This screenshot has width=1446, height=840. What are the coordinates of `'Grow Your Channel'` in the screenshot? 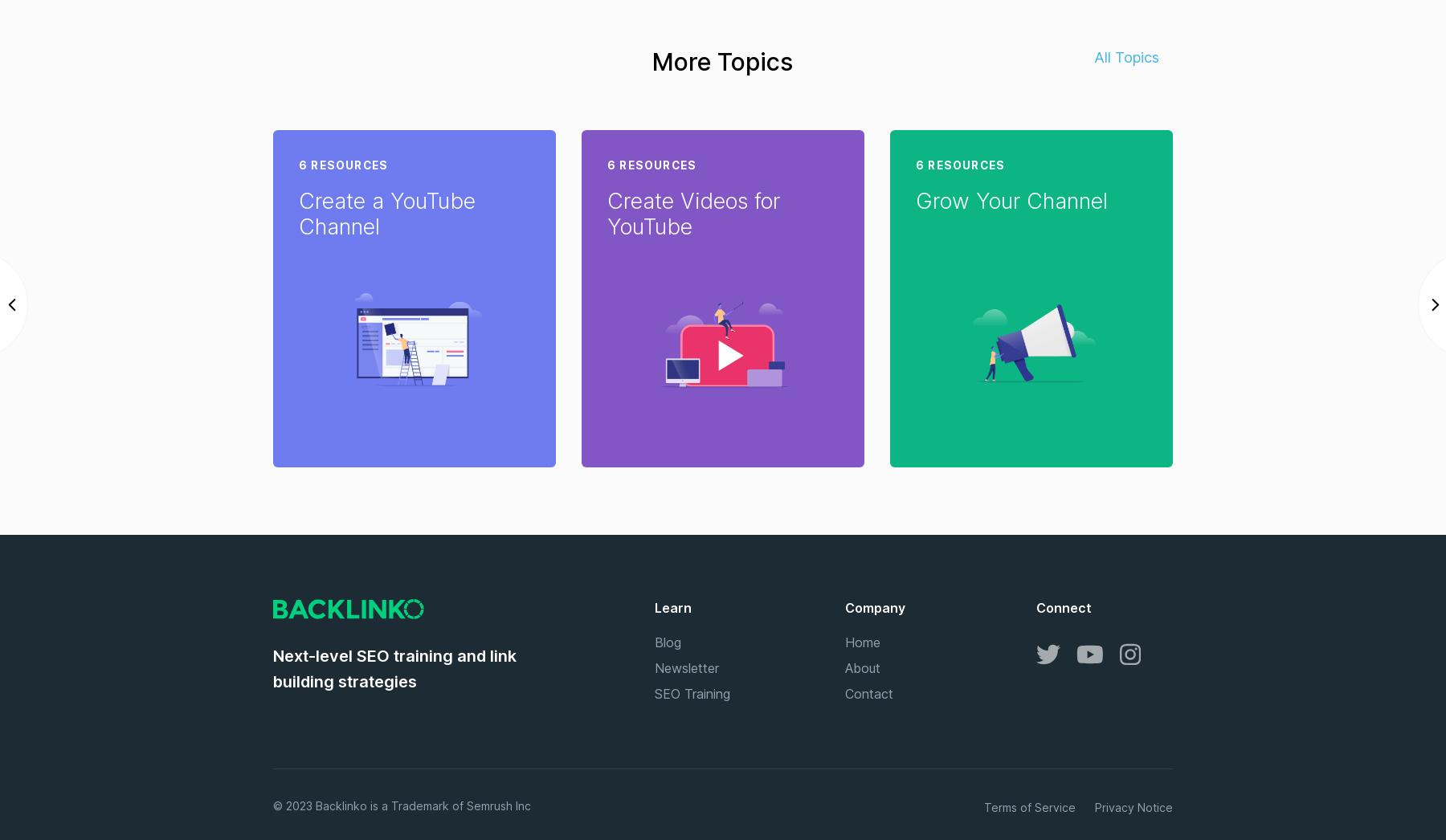 It's located at (1011, 199).